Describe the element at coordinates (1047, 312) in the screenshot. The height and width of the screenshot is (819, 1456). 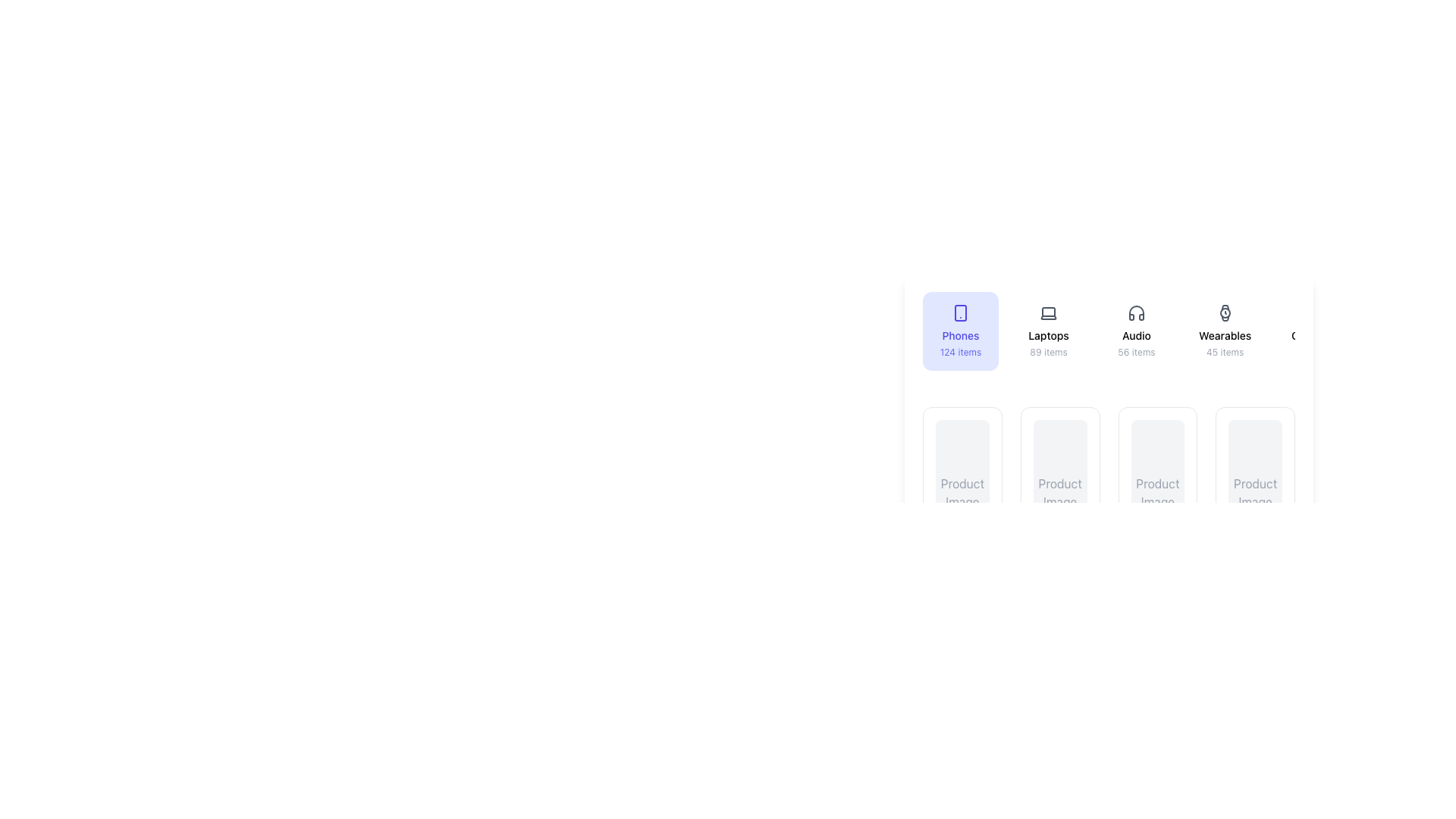
I see `the section below the laptop icon in the 'Laptops' category` at that location.